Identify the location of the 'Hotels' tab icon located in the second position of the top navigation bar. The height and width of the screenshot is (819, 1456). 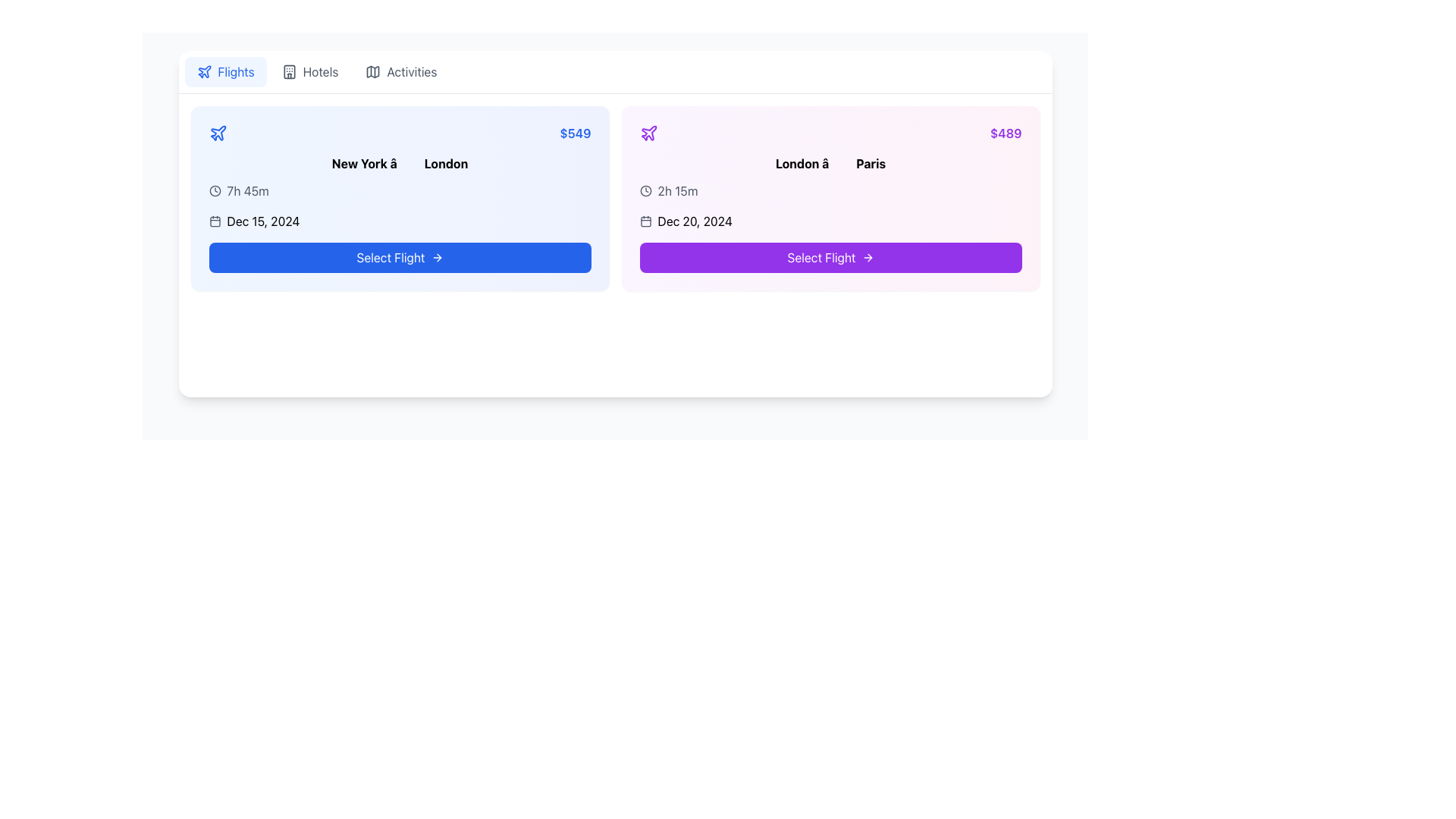
(289, 72).